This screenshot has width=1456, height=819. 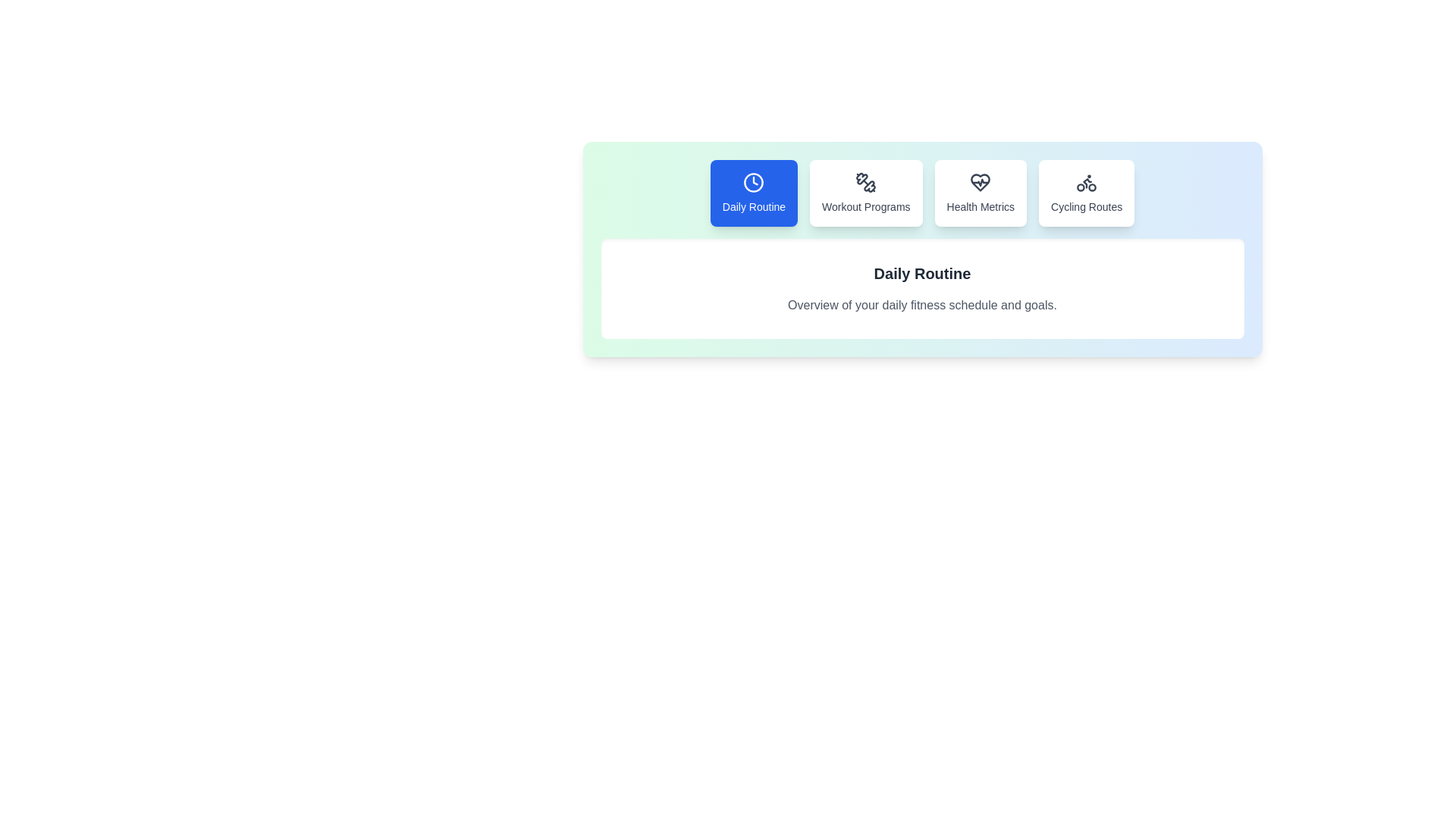 I want to click on the Cycling Routes tab by clicking on its corresponding button, so click(x=1086, y=192).